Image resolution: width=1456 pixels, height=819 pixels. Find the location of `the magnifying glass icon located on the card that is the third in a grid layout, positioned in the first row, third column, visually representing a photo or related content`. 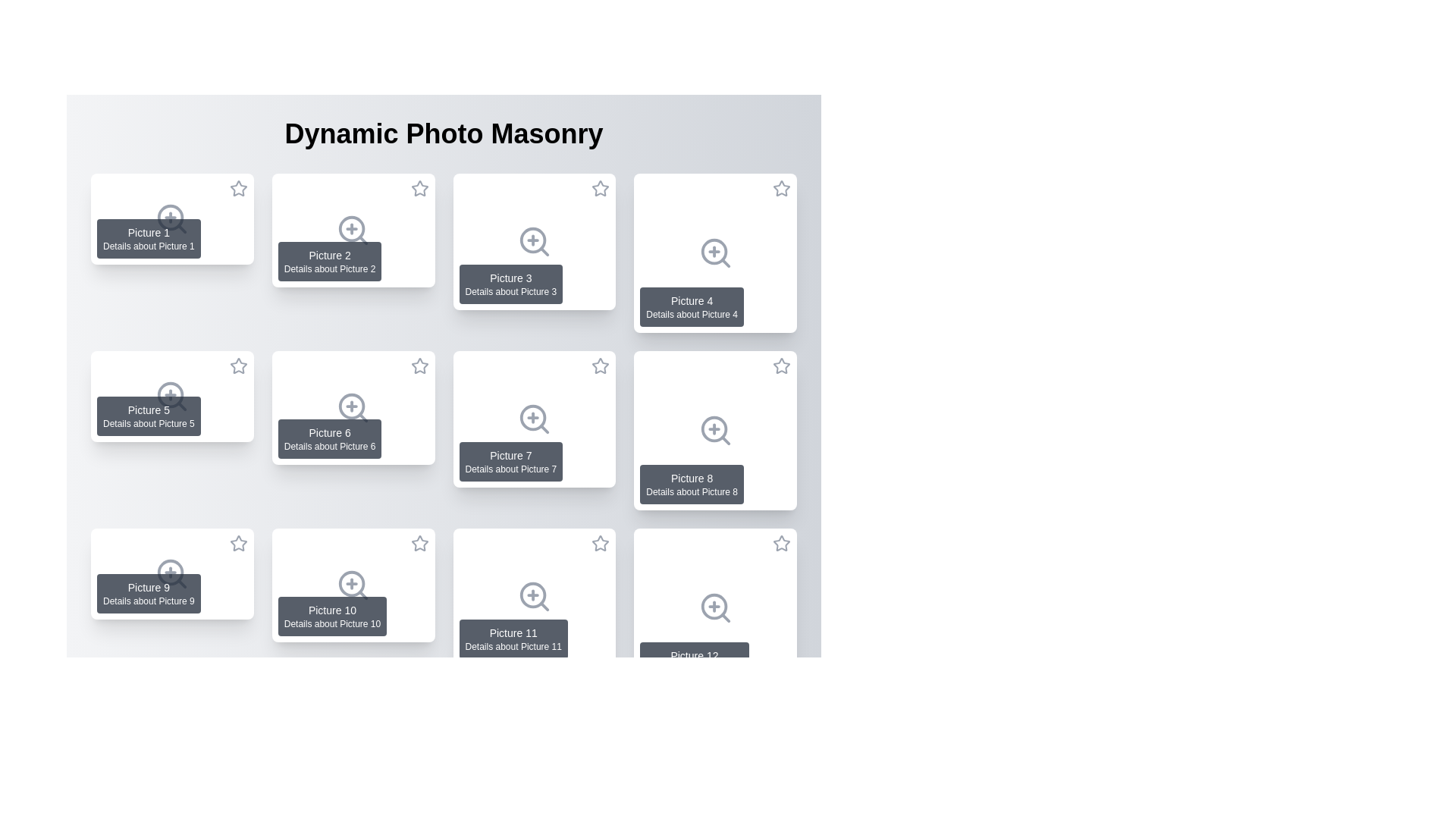

the magnifying glass icon located on the card that is the third in a grid layout, positioned in the first row, third column, visually representing a photo or related content is located at coordinates (534, 241).